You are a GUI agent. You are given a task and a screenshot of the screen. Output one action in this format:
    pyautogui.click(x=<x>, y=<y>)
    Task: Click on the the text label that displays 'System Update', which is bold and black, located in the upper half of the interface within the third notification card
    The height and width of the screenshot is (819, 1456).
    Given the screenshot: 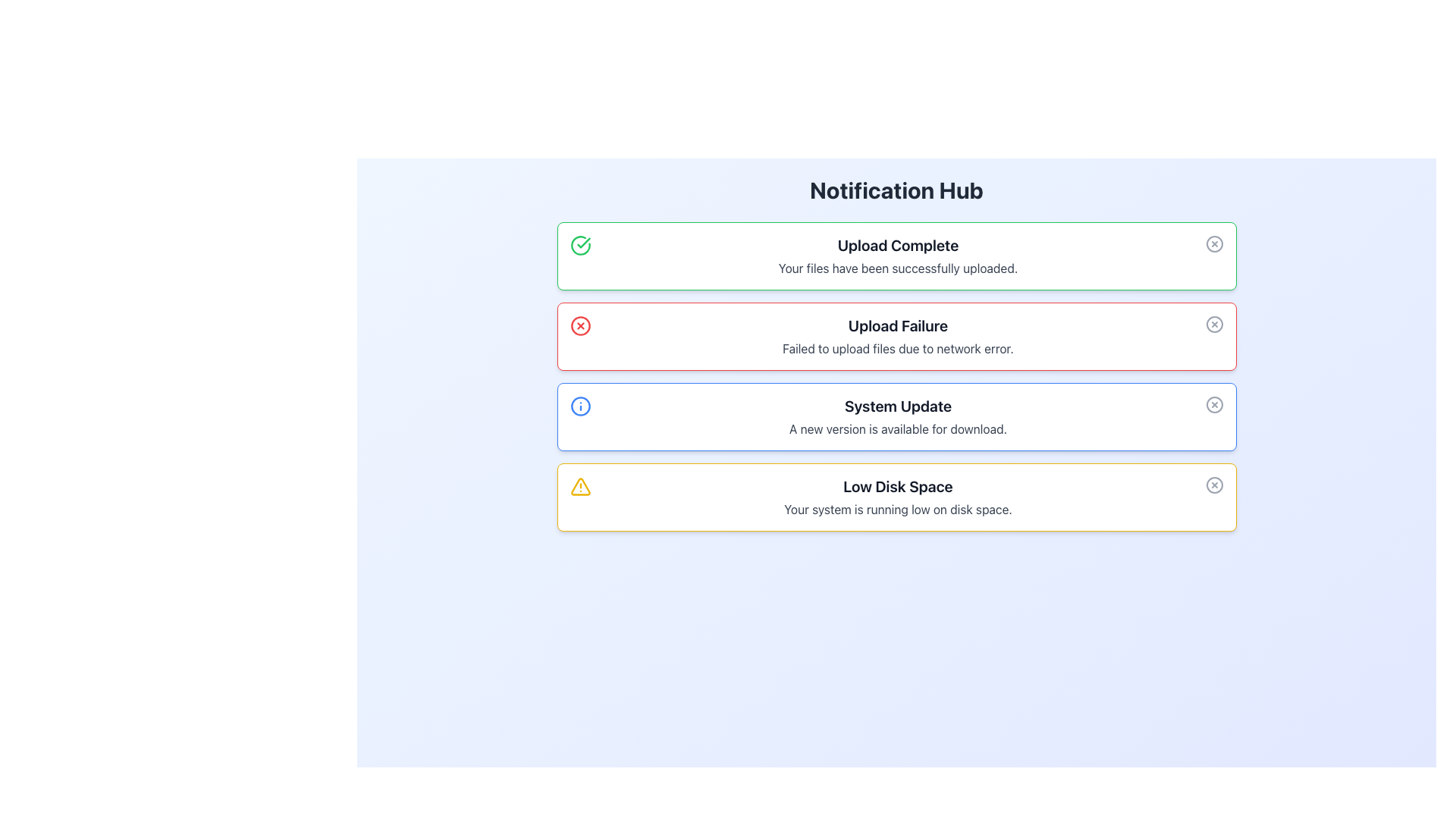 What is the action you would take?
    pyautogui.click(x=898, y=406)
    